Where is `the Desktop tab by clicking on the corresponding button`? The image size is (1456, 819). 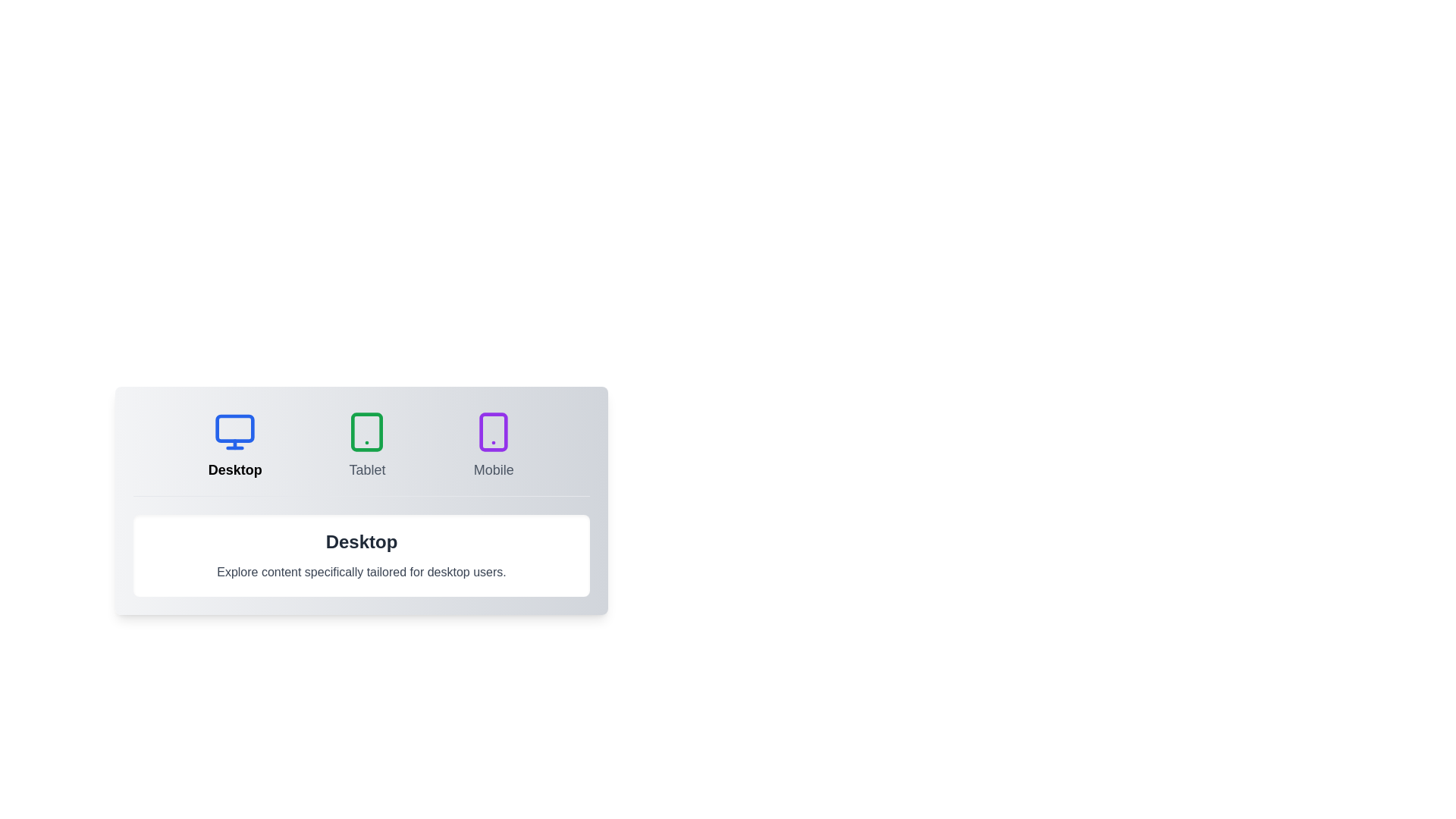
the Desktop tab by clicking on the corresponding button is located at coordinates (234, 444).